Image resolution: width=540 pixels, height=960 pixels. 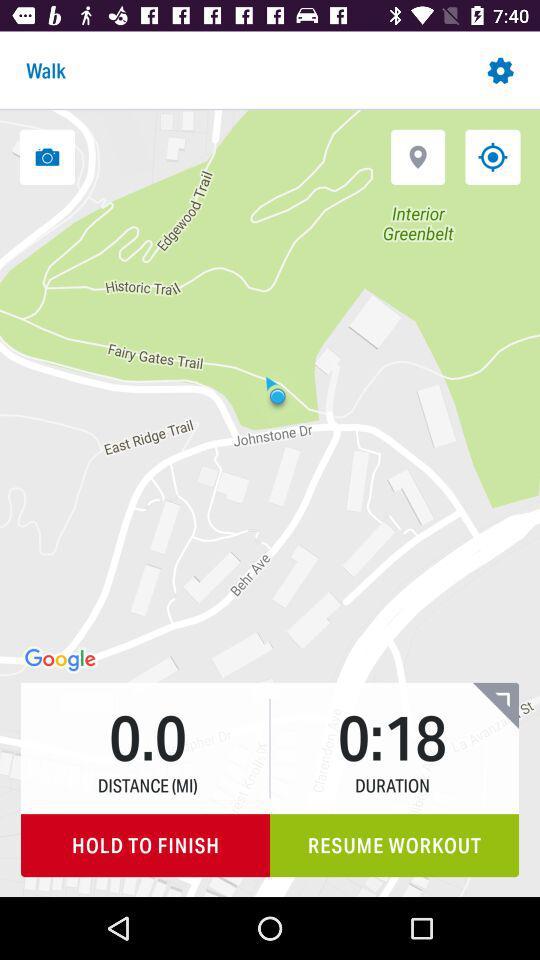 What do you see at coordinates (394, 844) in the screenshot?
I see `the resume workout item` at bounding box center [394, 844].